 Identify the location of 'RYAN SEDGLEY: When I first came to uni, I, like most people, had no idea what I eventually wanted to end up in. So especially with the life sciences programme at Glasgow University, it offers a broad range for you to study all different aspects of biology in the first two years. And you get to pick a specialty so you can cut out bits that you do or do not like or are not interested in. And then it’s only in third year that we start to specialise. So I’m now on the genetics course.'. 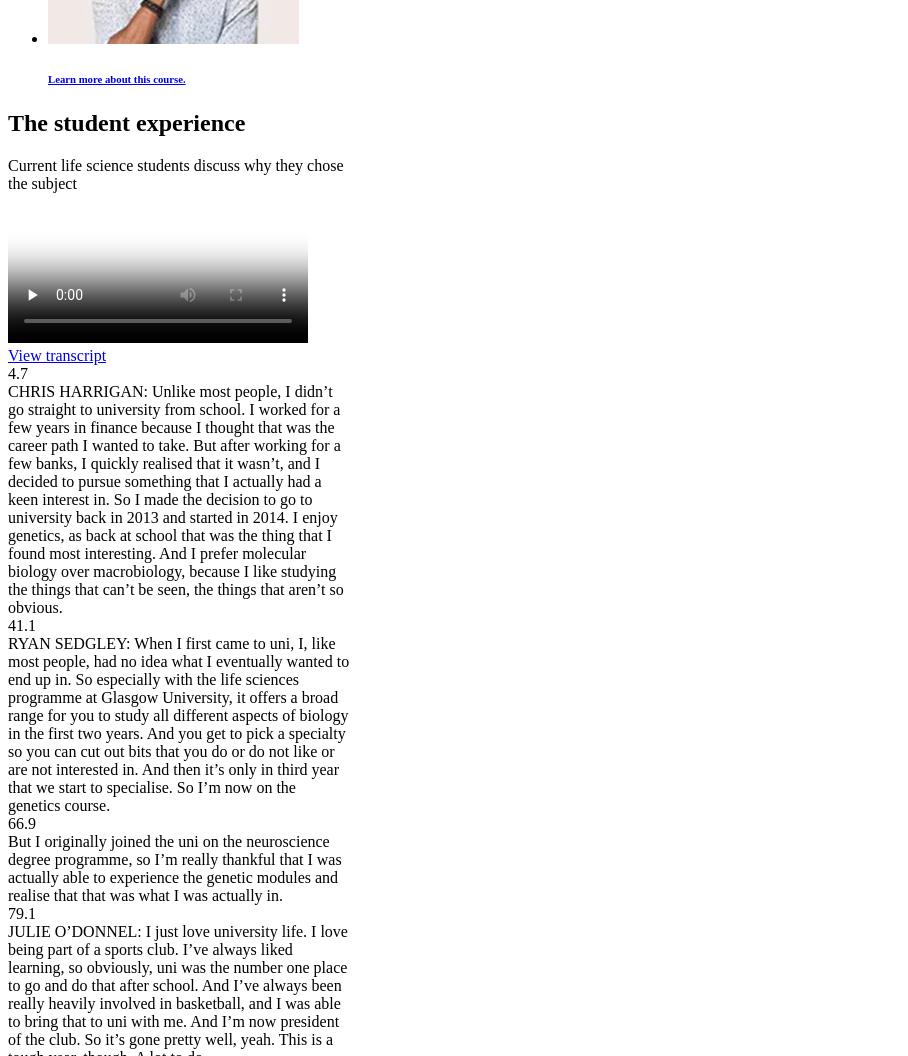
(177, 724).